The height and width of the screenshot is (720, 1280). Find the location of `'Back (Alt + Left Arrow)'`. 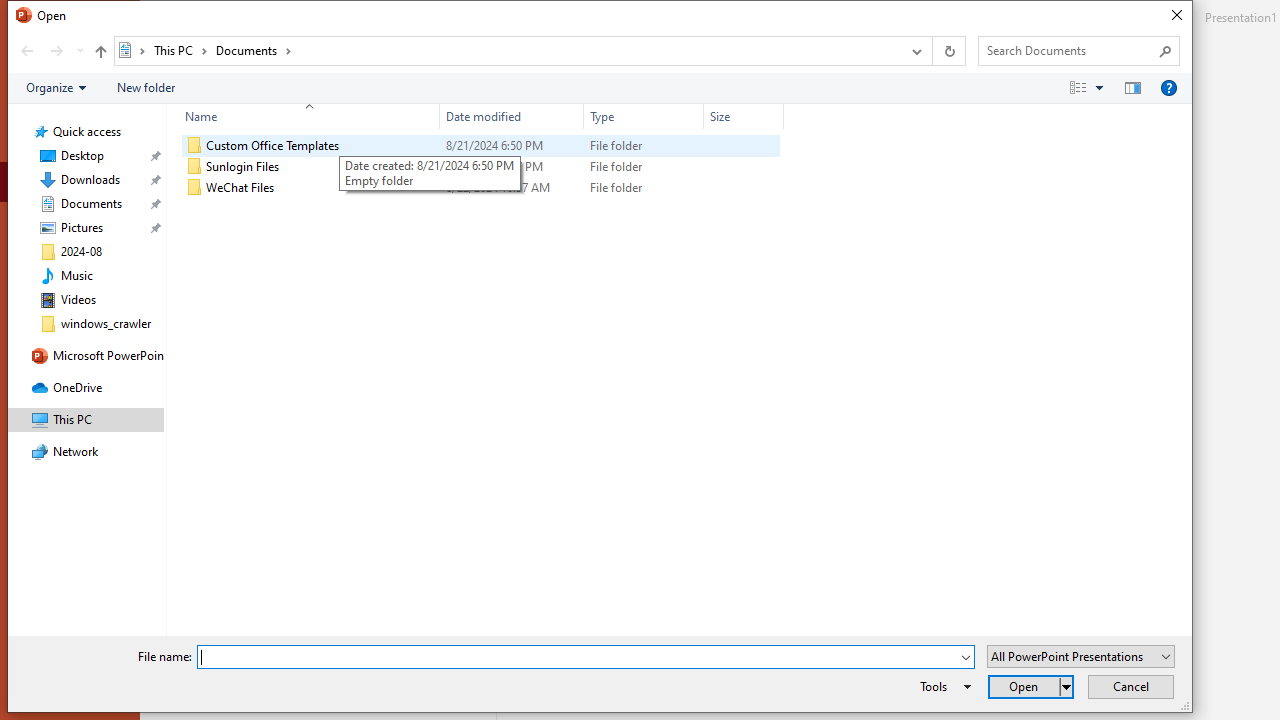

'Back (Alt + Left Arrow)' is located at coordinates (26, 50).